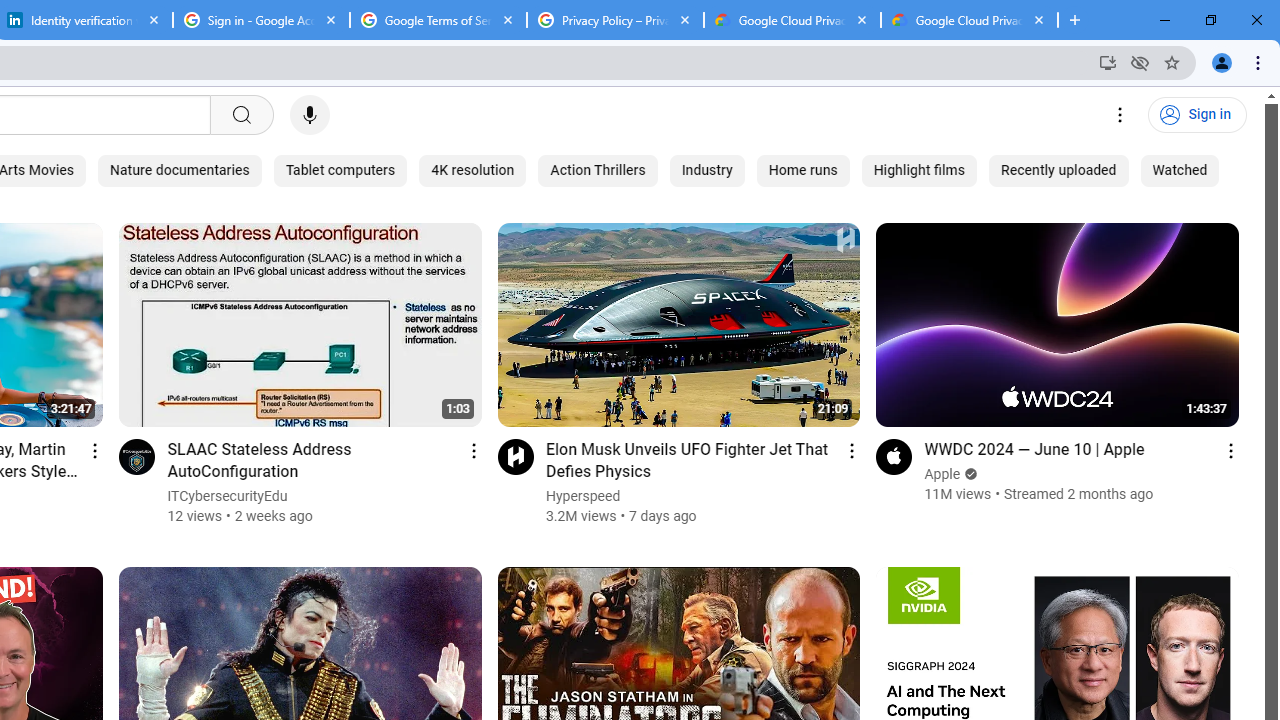 The height and width of the screenshot is (720, 1280). I want to click on 'Nature documentaries', so click(180, 170).